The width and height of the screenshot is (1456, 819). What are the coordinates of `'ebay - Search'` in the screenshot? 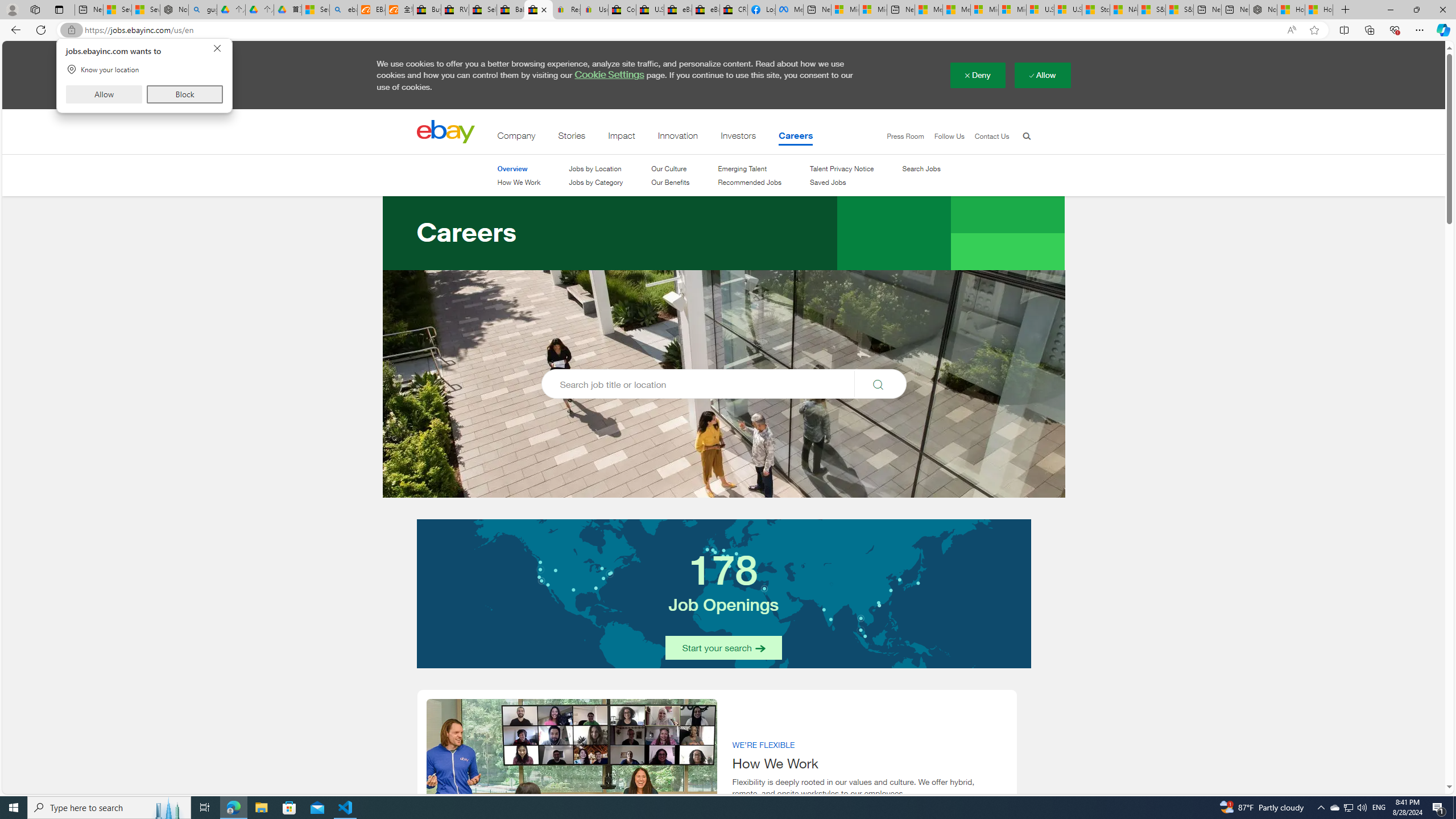 It's located at (343, 9).